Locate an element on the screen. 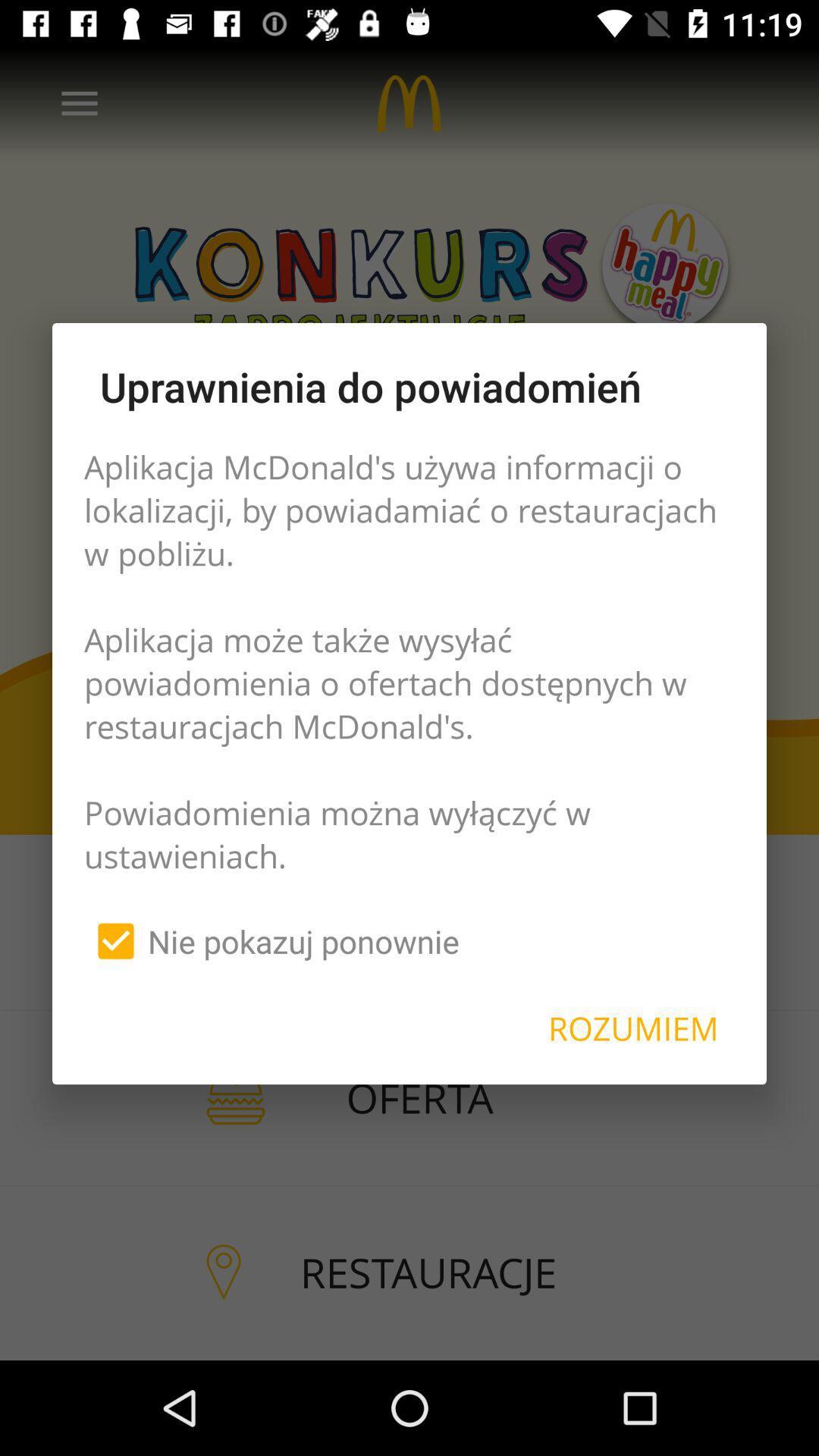  item next to rozumiem icon is located at coordinates (271, 940).